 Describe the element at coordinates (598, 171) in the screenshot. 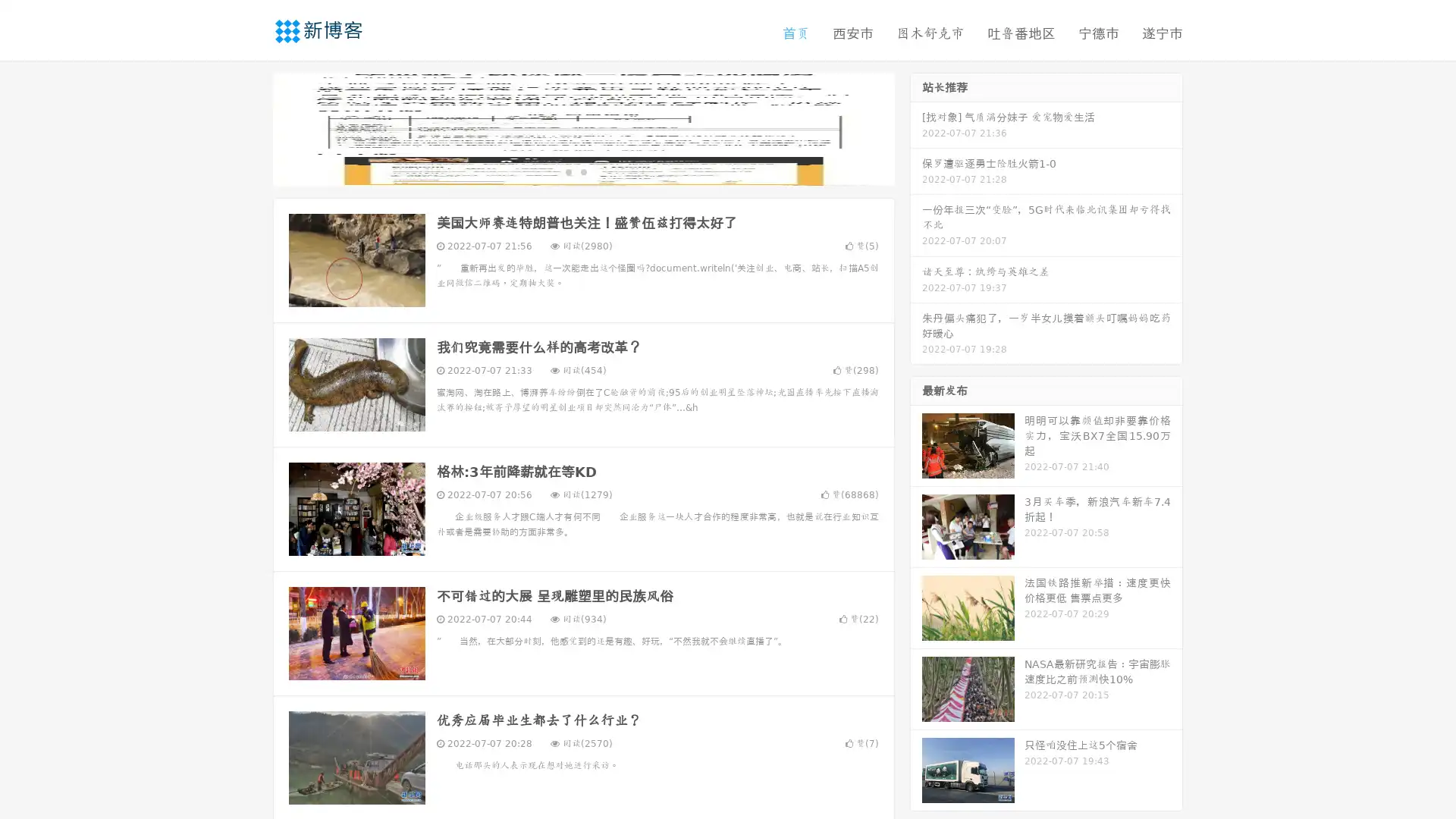

I see `Go to slide 3` at that location.